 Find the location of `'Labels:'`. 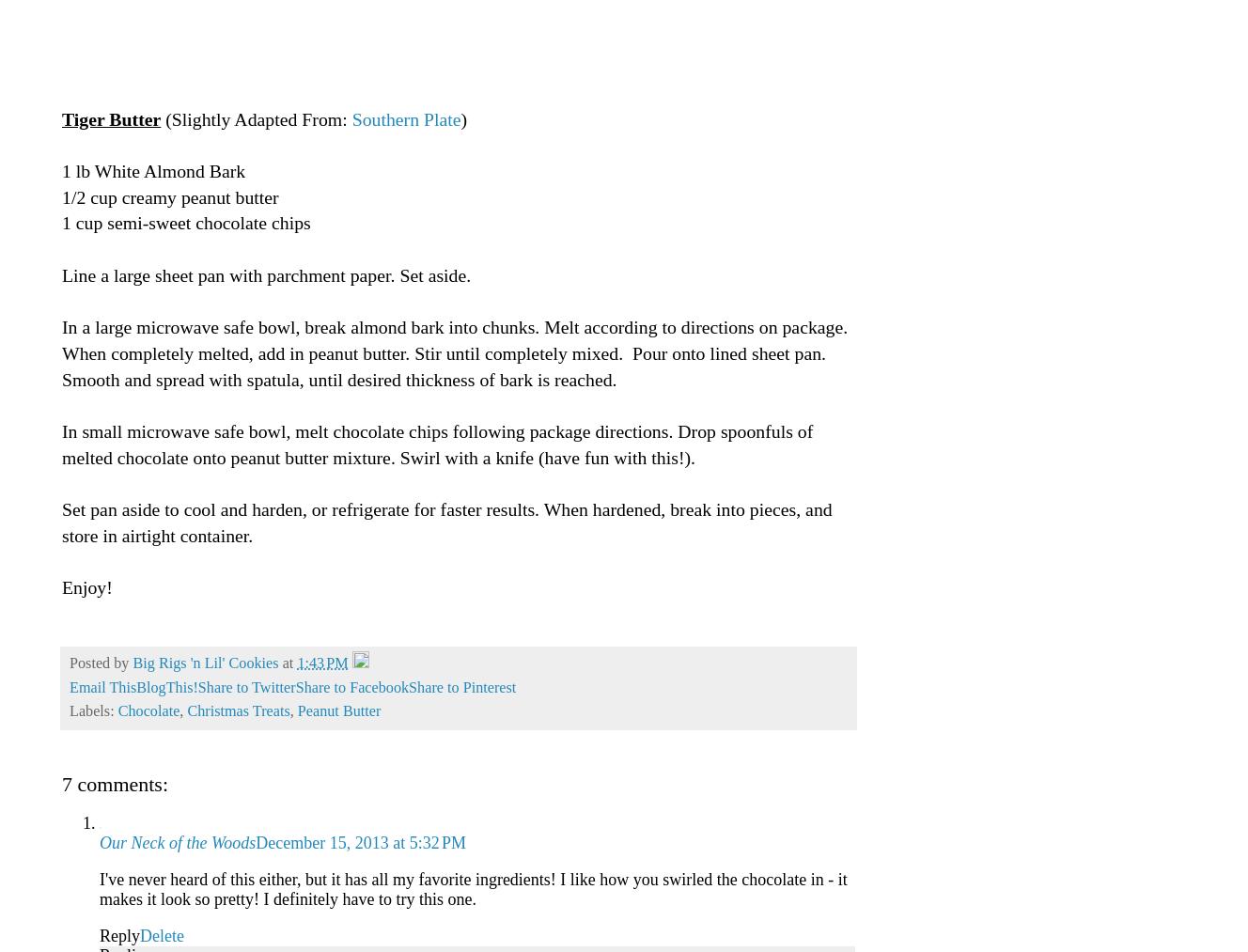

'Labels:' is located at coordinates (93, 711).